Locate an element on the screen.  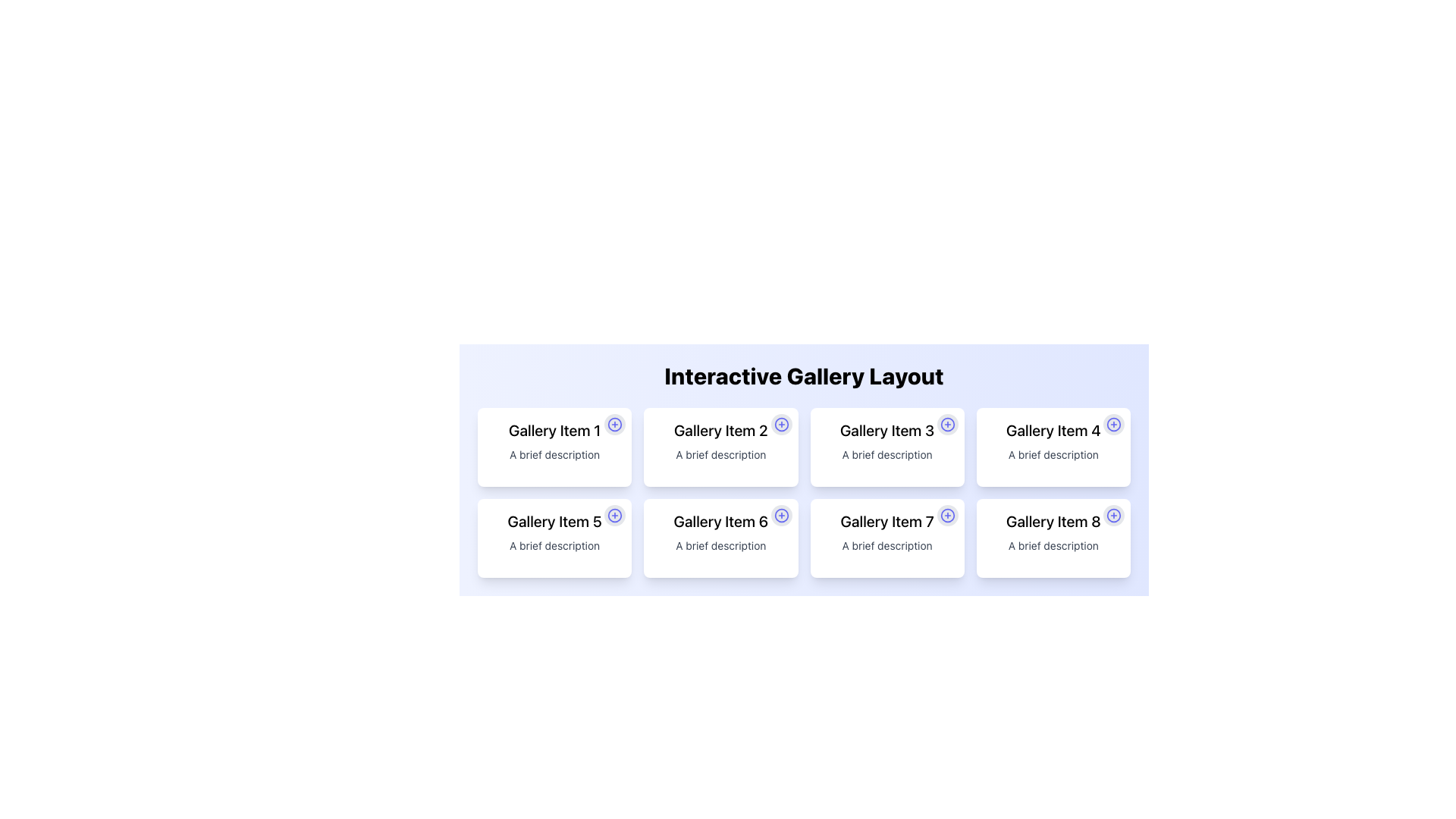
the inner circular component of the icon located within the 'Gallery Item 6' card in the lower row of the two-row grid of gallery cards is located at coordinates (781, 514).